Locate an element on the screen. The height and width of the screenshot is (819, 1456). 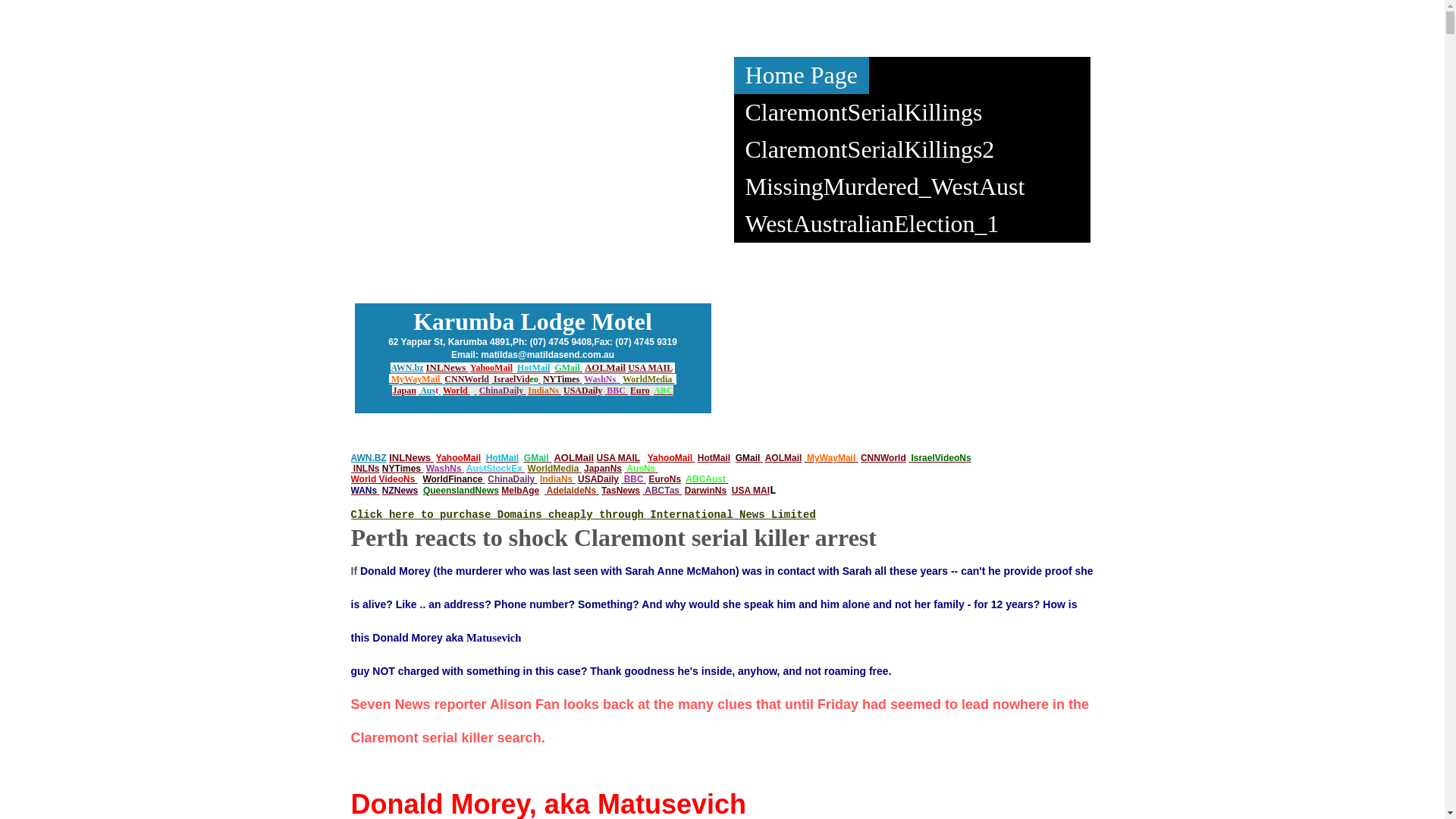
'ABCAust' is located at coordinates (704, 479).